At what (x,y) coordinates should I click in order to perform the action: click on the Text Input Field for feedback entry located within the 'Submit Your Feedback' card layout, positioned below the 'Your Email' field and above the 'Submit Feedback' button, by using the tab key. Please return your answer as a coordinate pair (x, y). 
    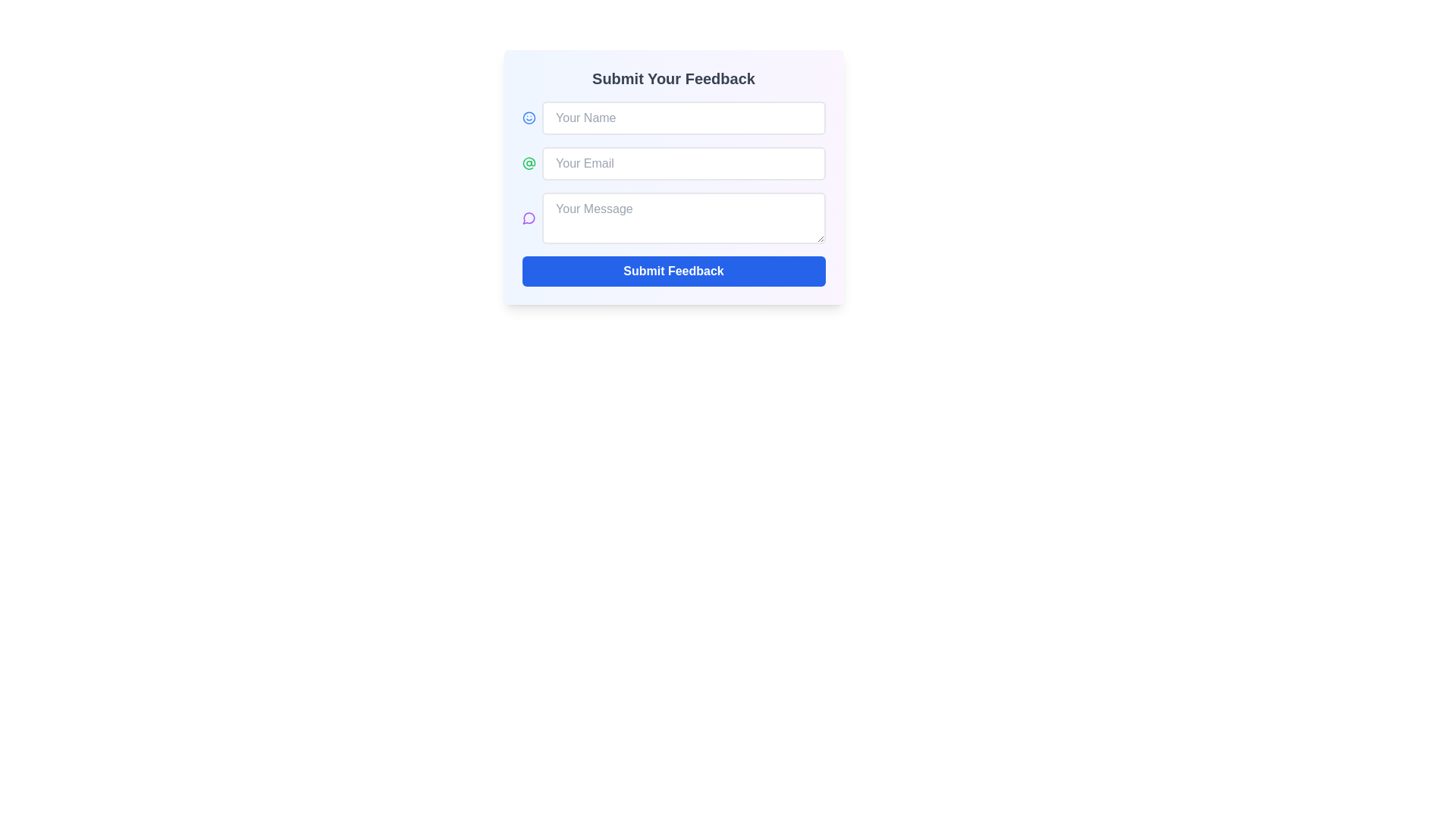
    Looking at the image, I should click on (673, 193).